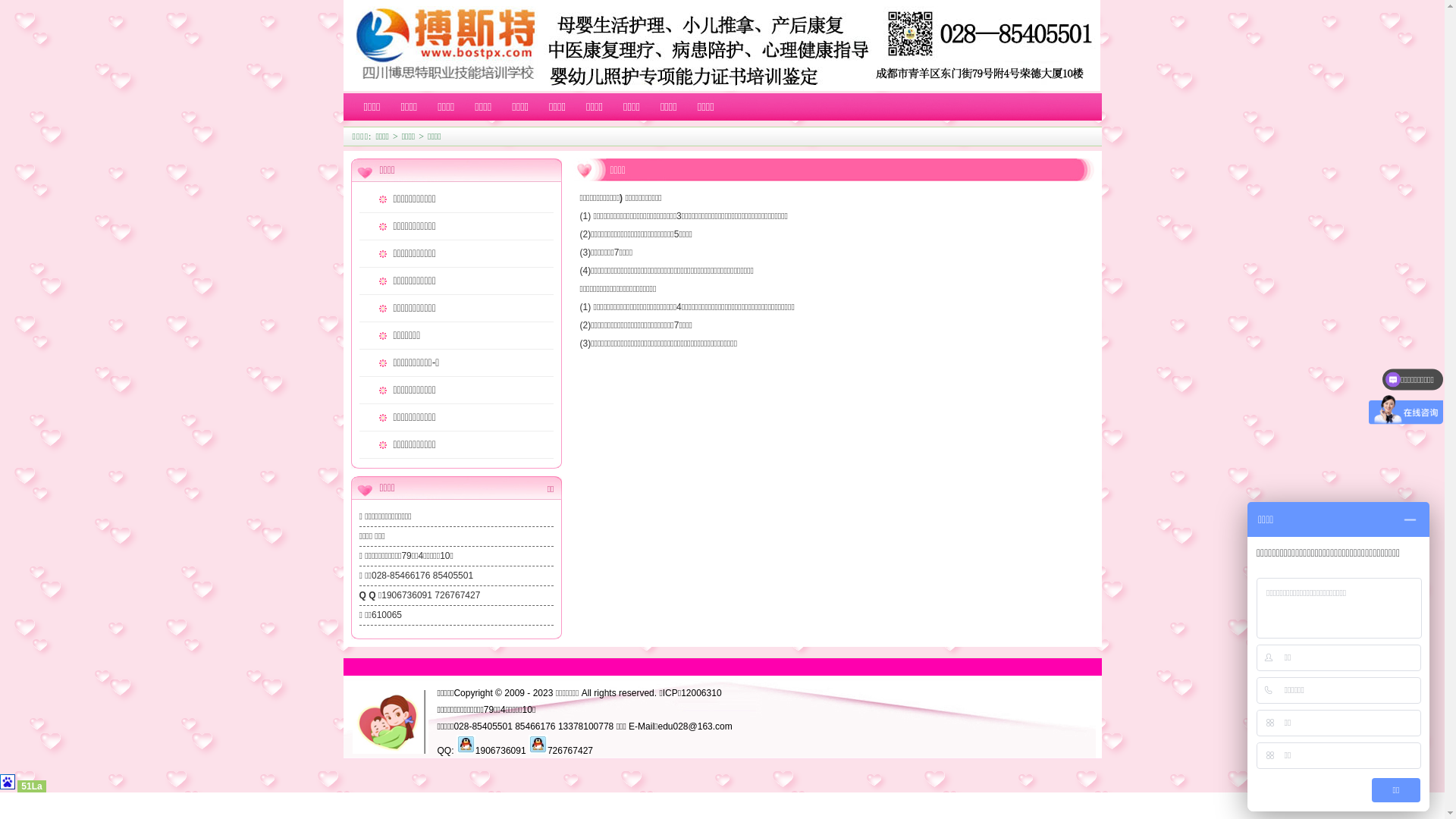 The height and width of the screenshot is (819, 1456). What do you see at coordinates (31, 786) in the screenshot?
I see `'51La'` at bounding box center [31, 786].